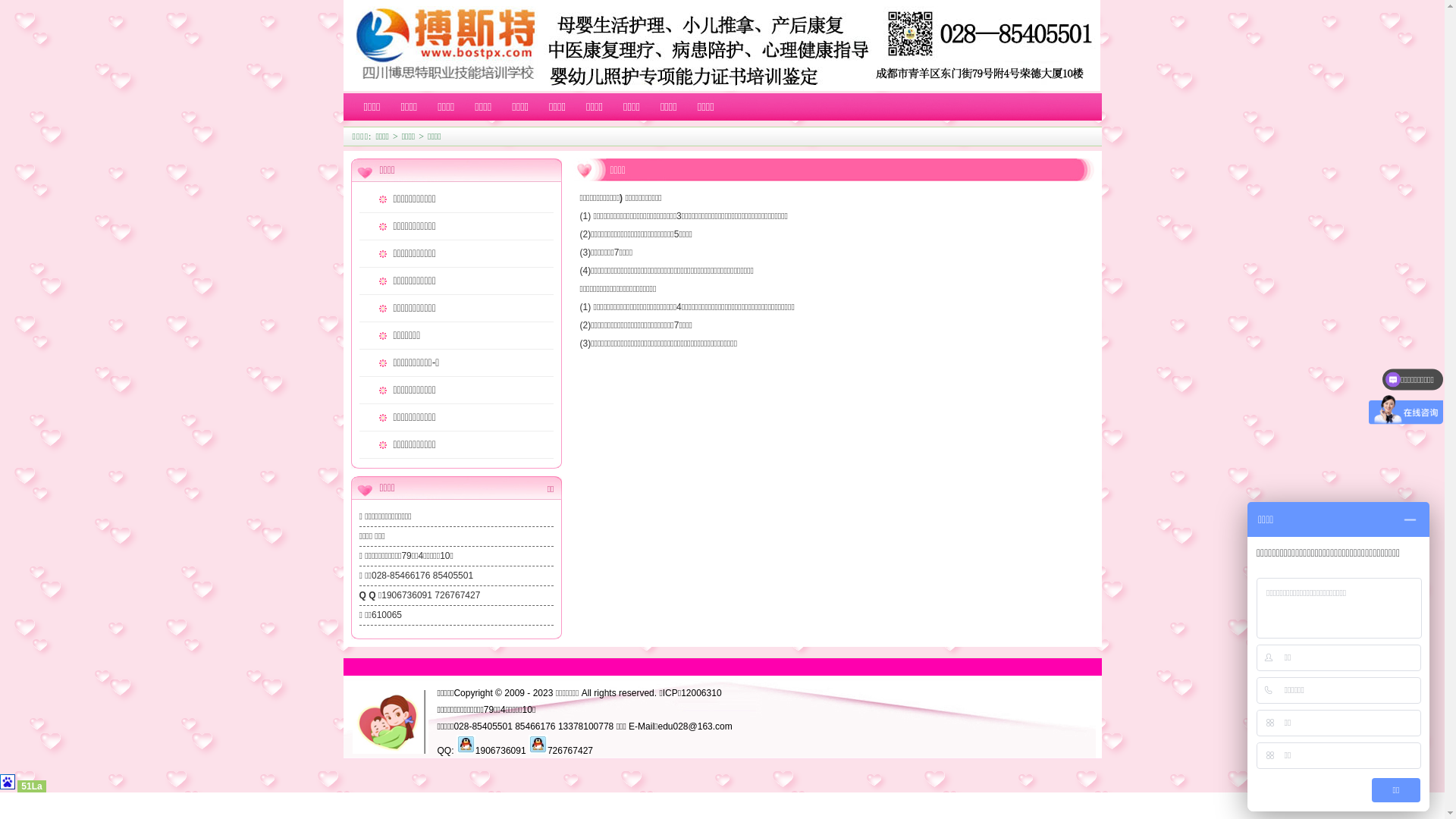 The height and width of the screenshot is (819, 1456). What do you see at coordinates (31, 786) in the screenshot?
I see `'51La'` at bounding box center [31, 786].